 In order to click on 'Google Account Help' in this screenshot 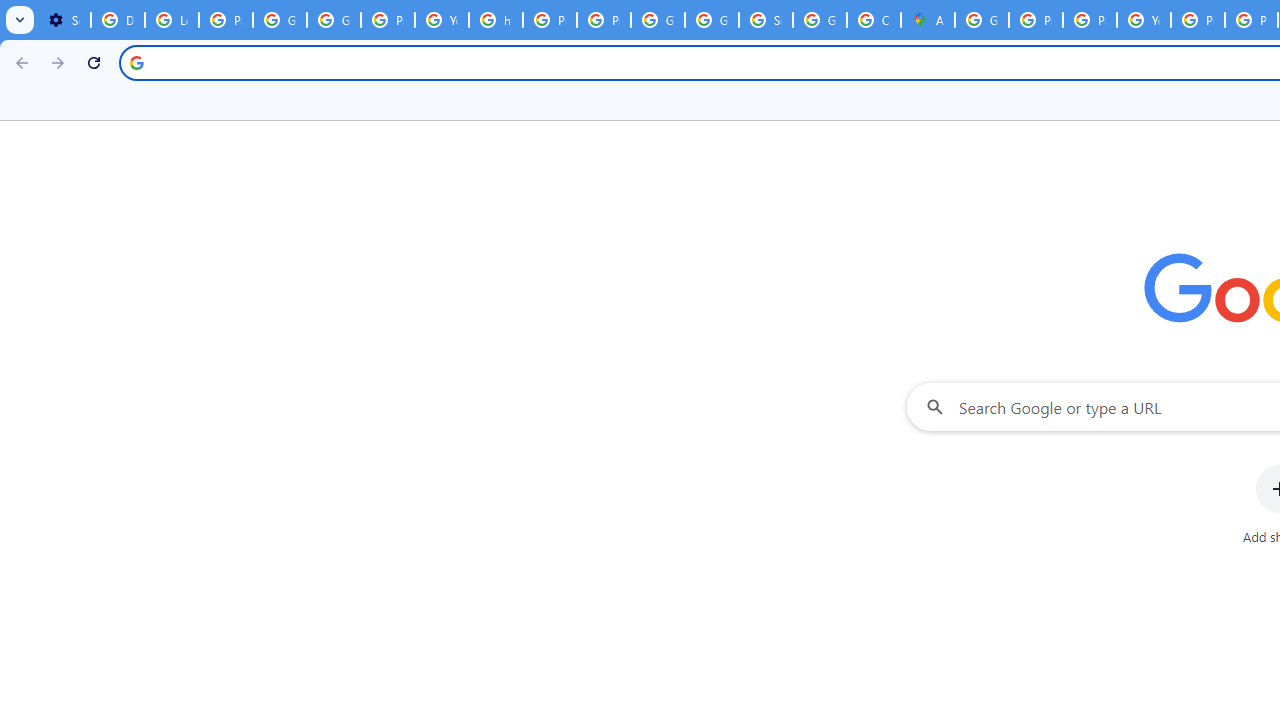, I will do `click(279, 20)`.